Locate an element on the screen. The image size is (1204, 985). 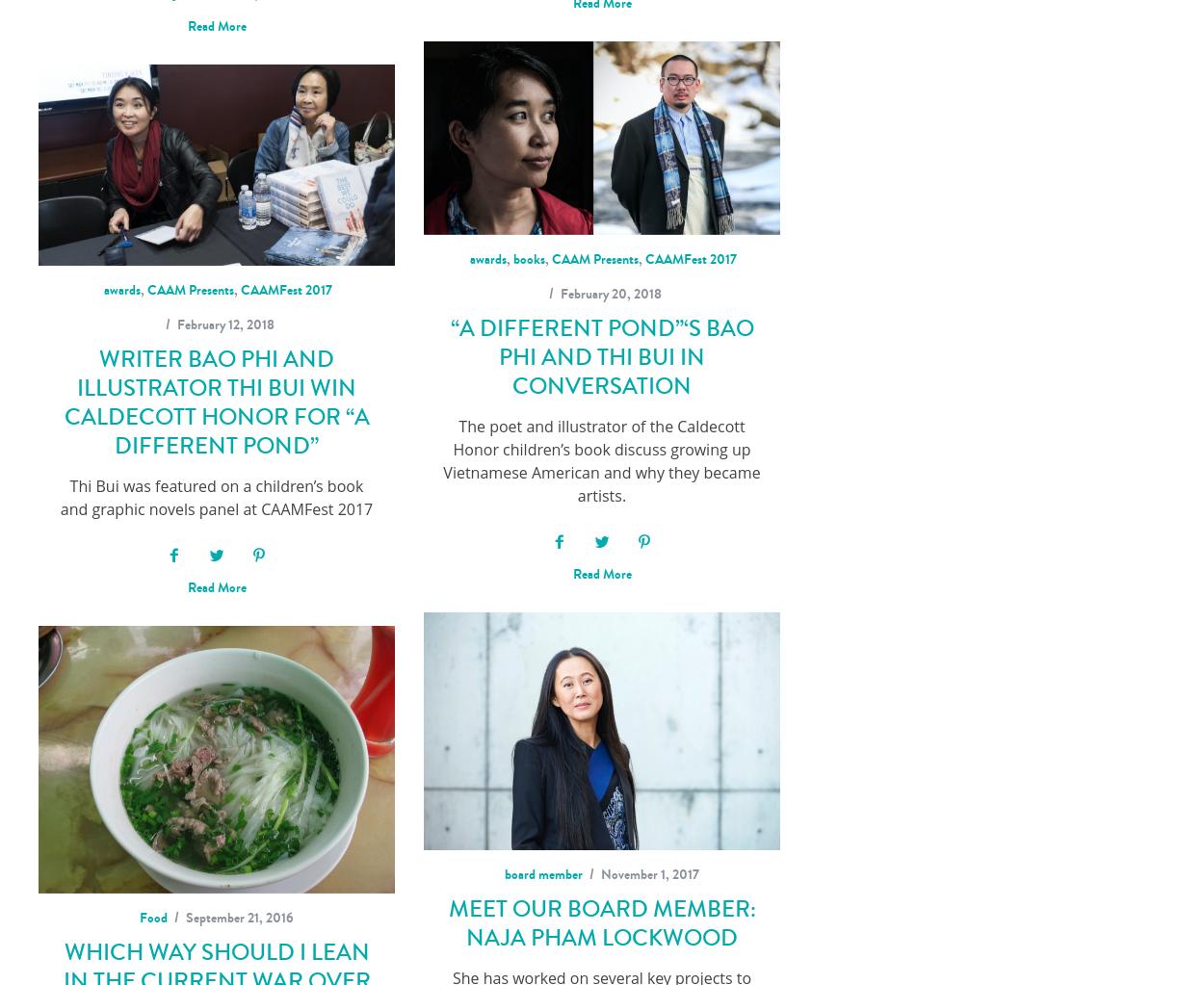
'books' is located at coordinates (529, 258).